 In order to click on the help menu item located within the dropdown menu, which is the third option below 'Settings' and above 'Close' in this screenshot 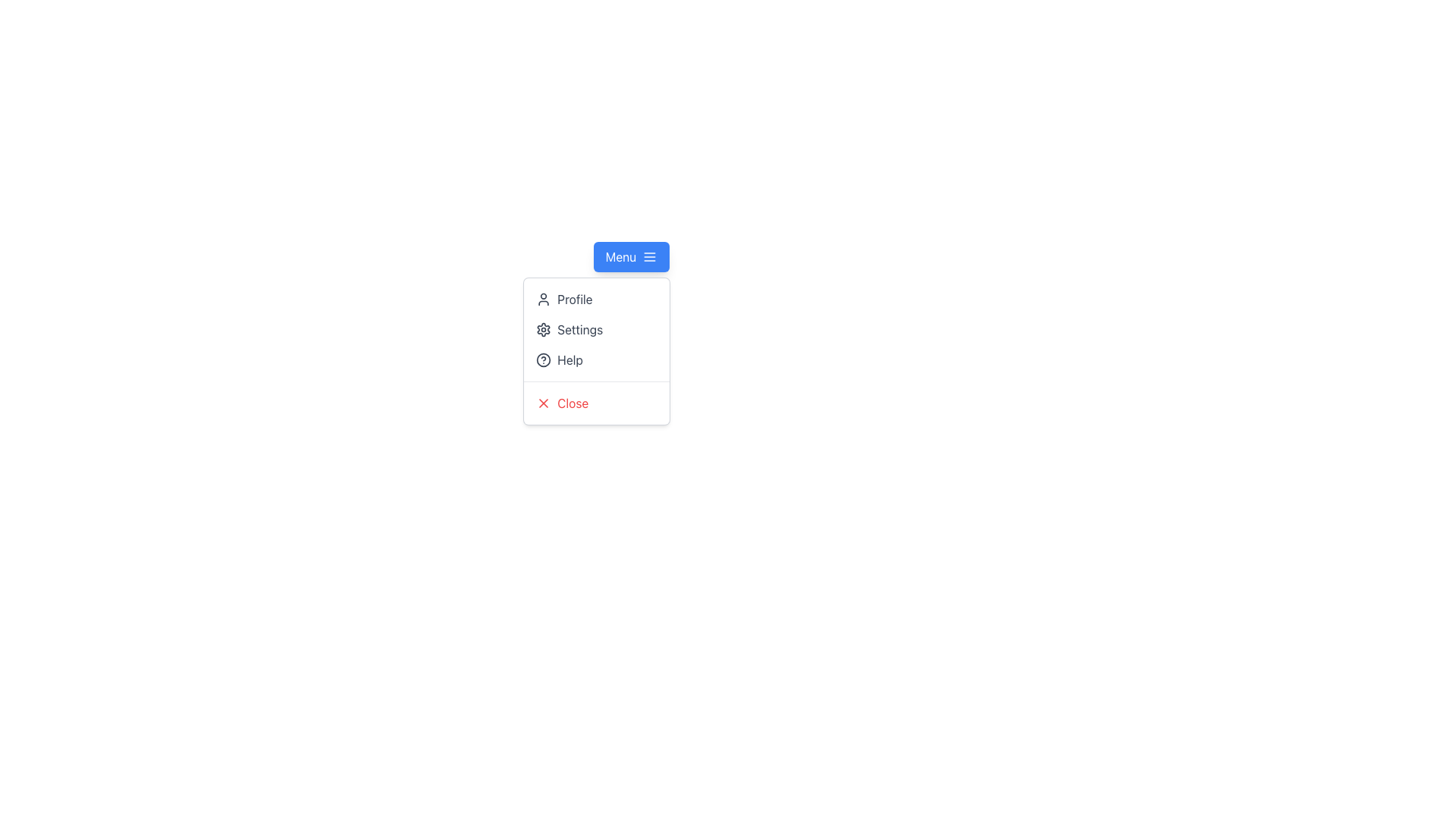, I will do `click(596, 359)`.